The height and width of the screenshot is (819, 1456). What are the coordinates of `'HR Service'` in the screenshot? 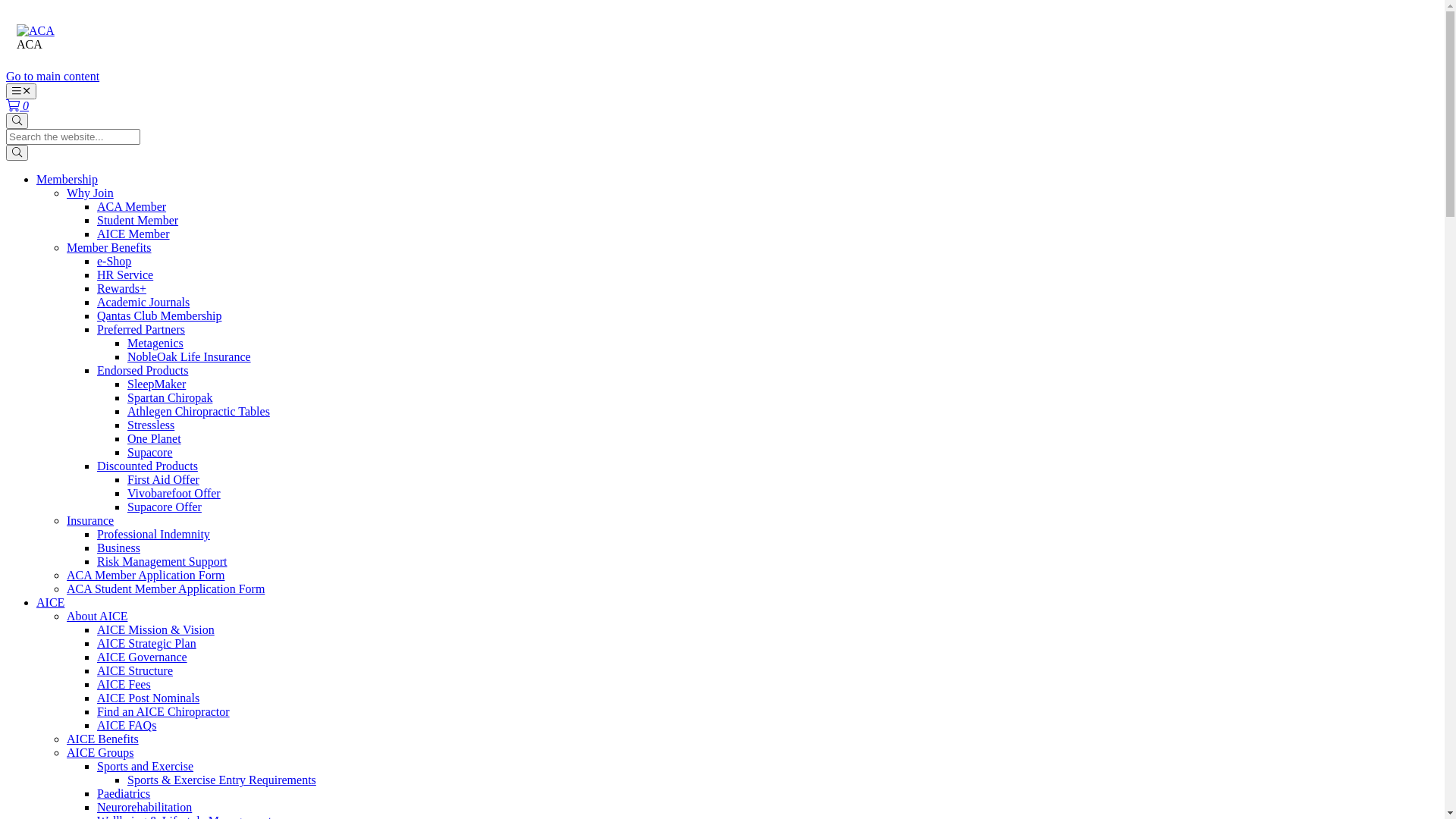 It's located at (124, 275).